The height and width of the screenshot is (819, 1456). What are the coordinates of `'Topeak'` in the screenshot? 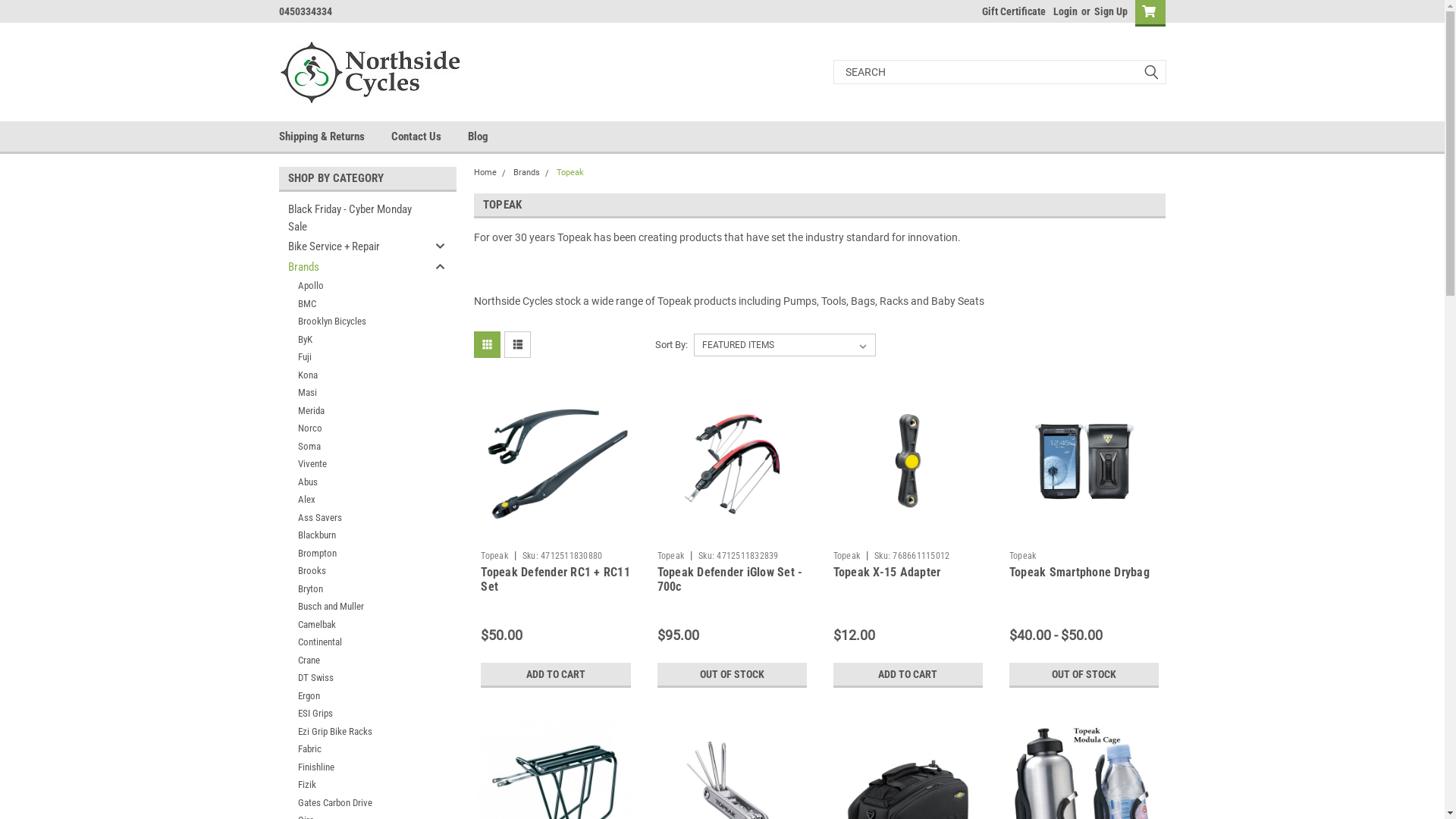 It's located at (846, 555).